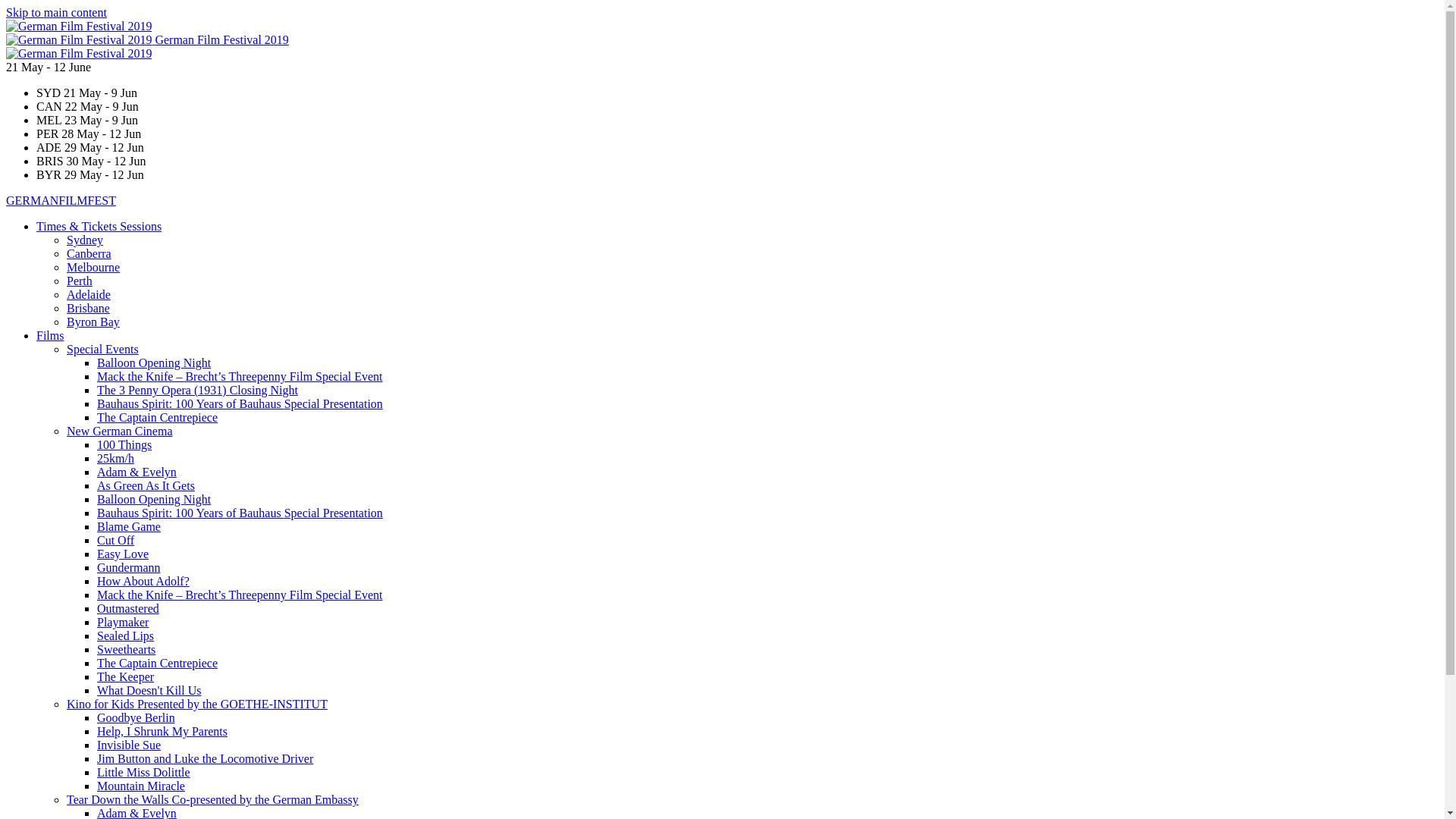 The image size is (1456, 819). I want to click on 'Sealed Lips', so click(125, 635).